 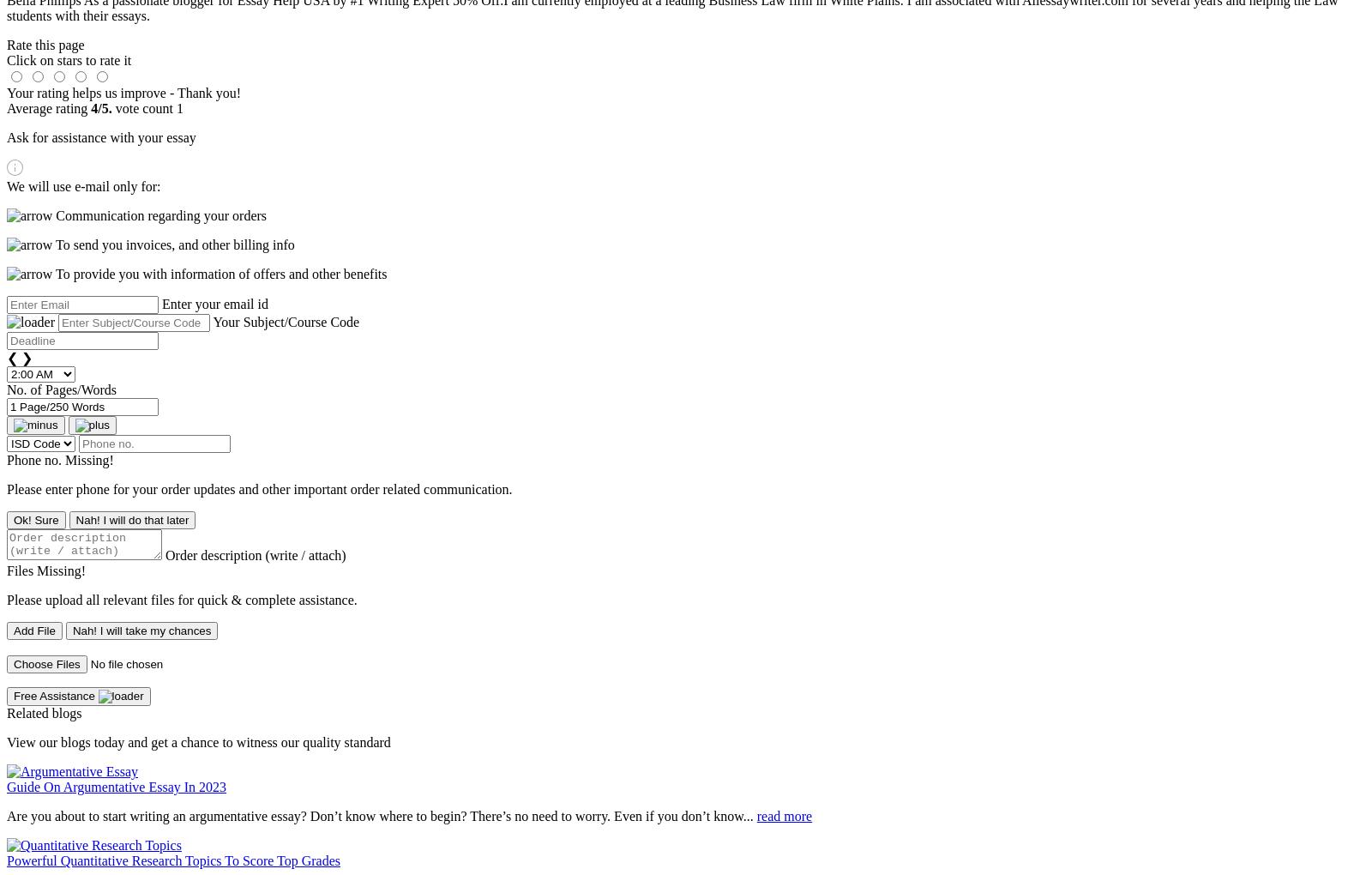 What do you see at coordinates (47, 107) in the screenshot?
I see `'Average rating'` at bounding box center [47, 107].